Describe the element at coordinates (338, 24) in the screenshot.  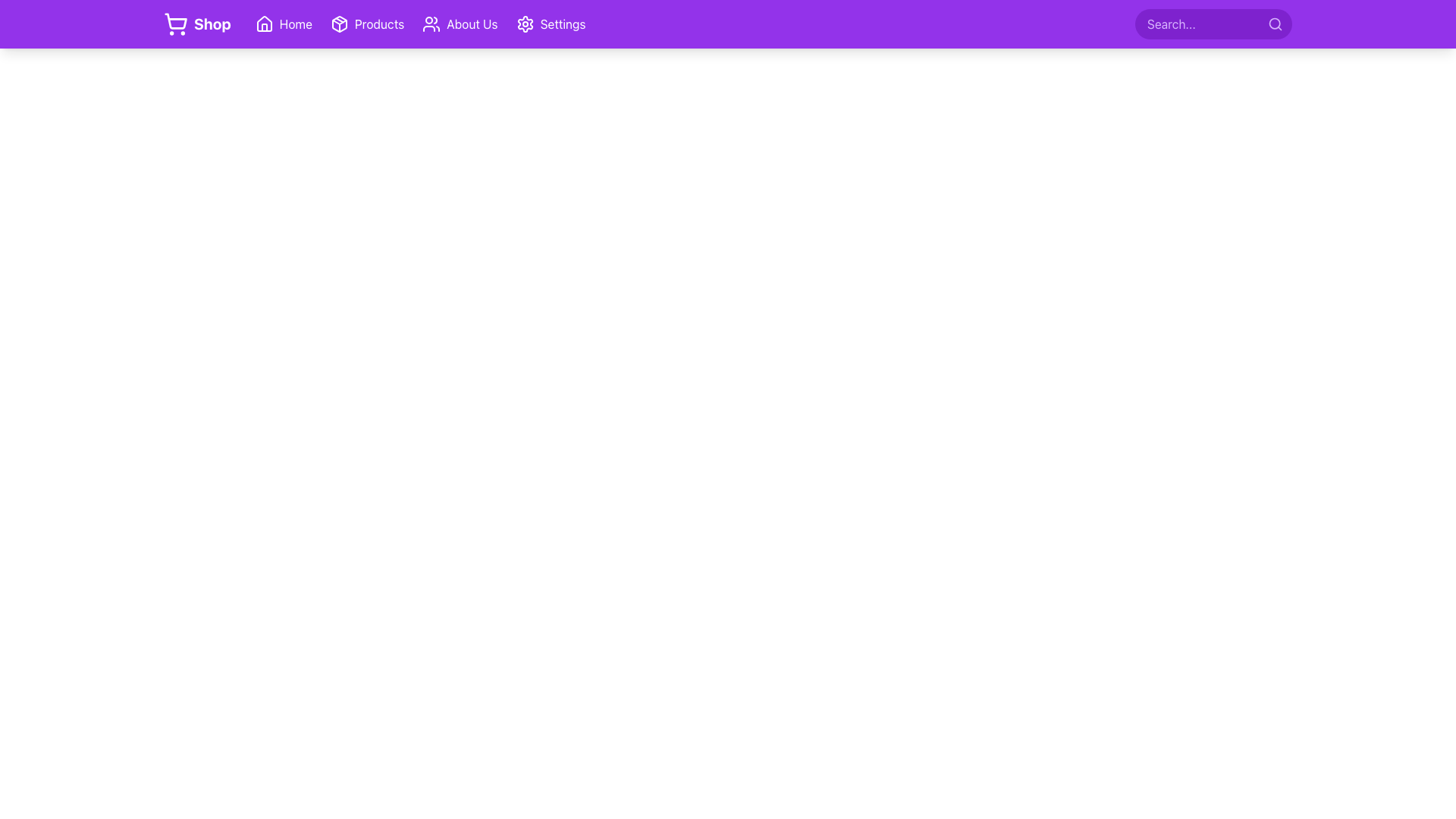
I see `the stylized 3D box icon located between the 'Home' and 'Products' menu items in the navigation bar` at that location.